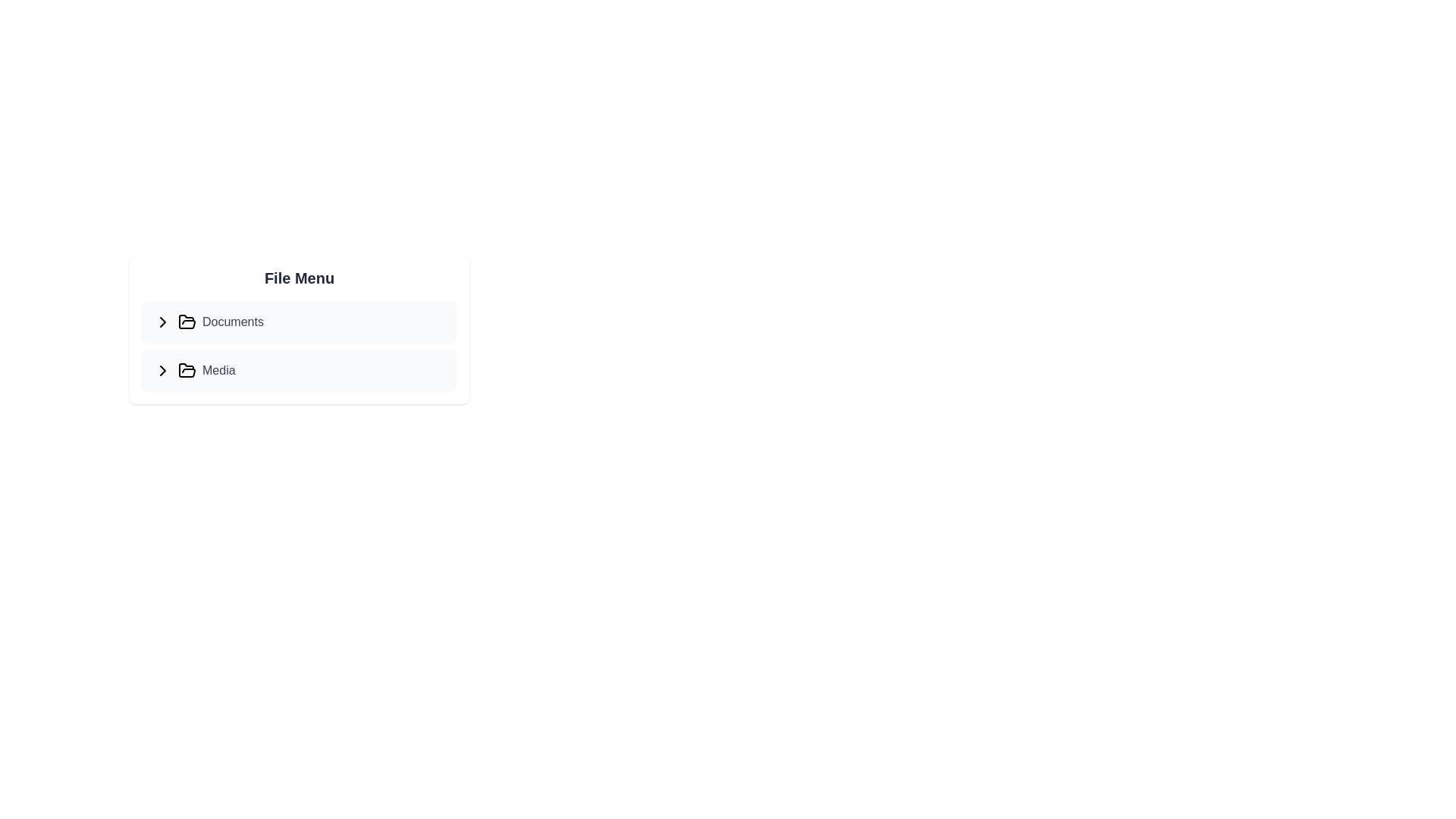  What do you see at coordinates (163, 371) in the screenshot?
I see `the chevron icon that resembles a rightward arrow in the 'Media' row of the 'File Menu'` at bounding box center [163, 371].